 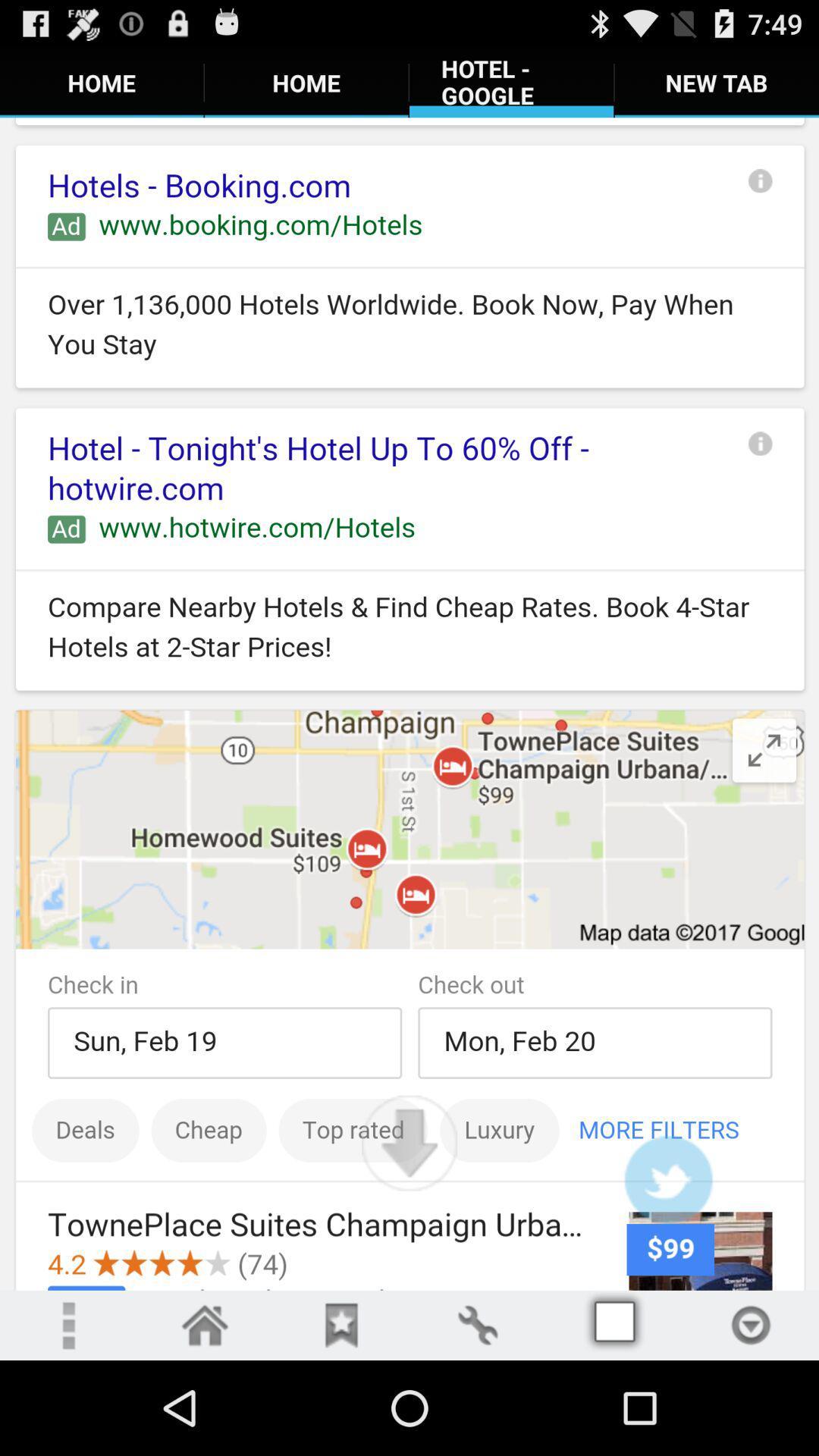 What do you see at coordinates (476, 1324) in the screenshot?
I see `settings switch option` at bounding box center [476, 1324].